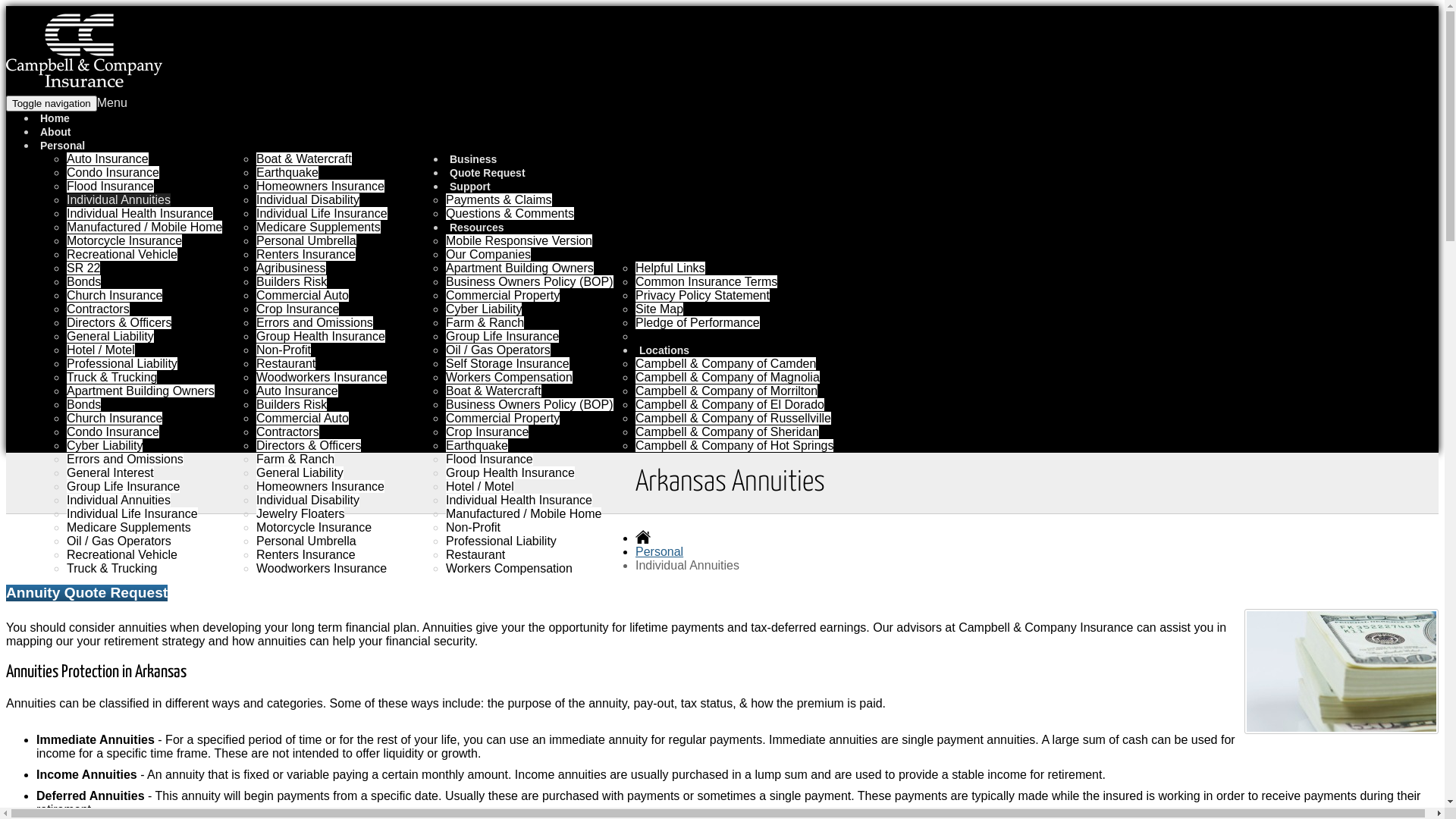 Image resolution: width=1456 pixels, height=819 pixels. What do you see at coordinates (6, 592) in the screenshot?
I see `'Annuity Quote Request'` at bounding box center [6, 592].